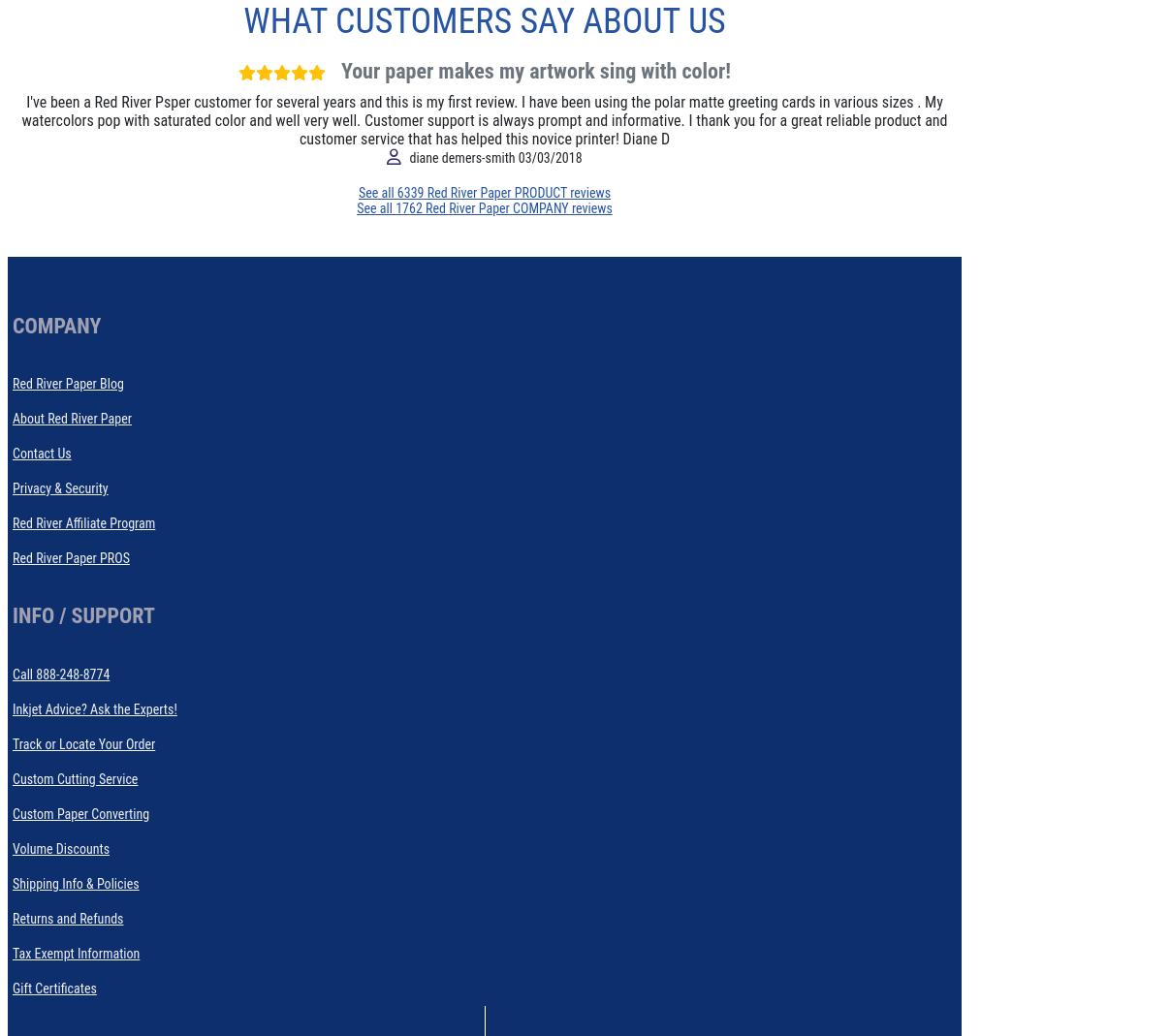 The height and width of the screenshot is (1036, 1171). What do you see at coordinates (66, 917) in the screenshot?
I see `'Returns and Refunds'` at bounding box center [66, 917].